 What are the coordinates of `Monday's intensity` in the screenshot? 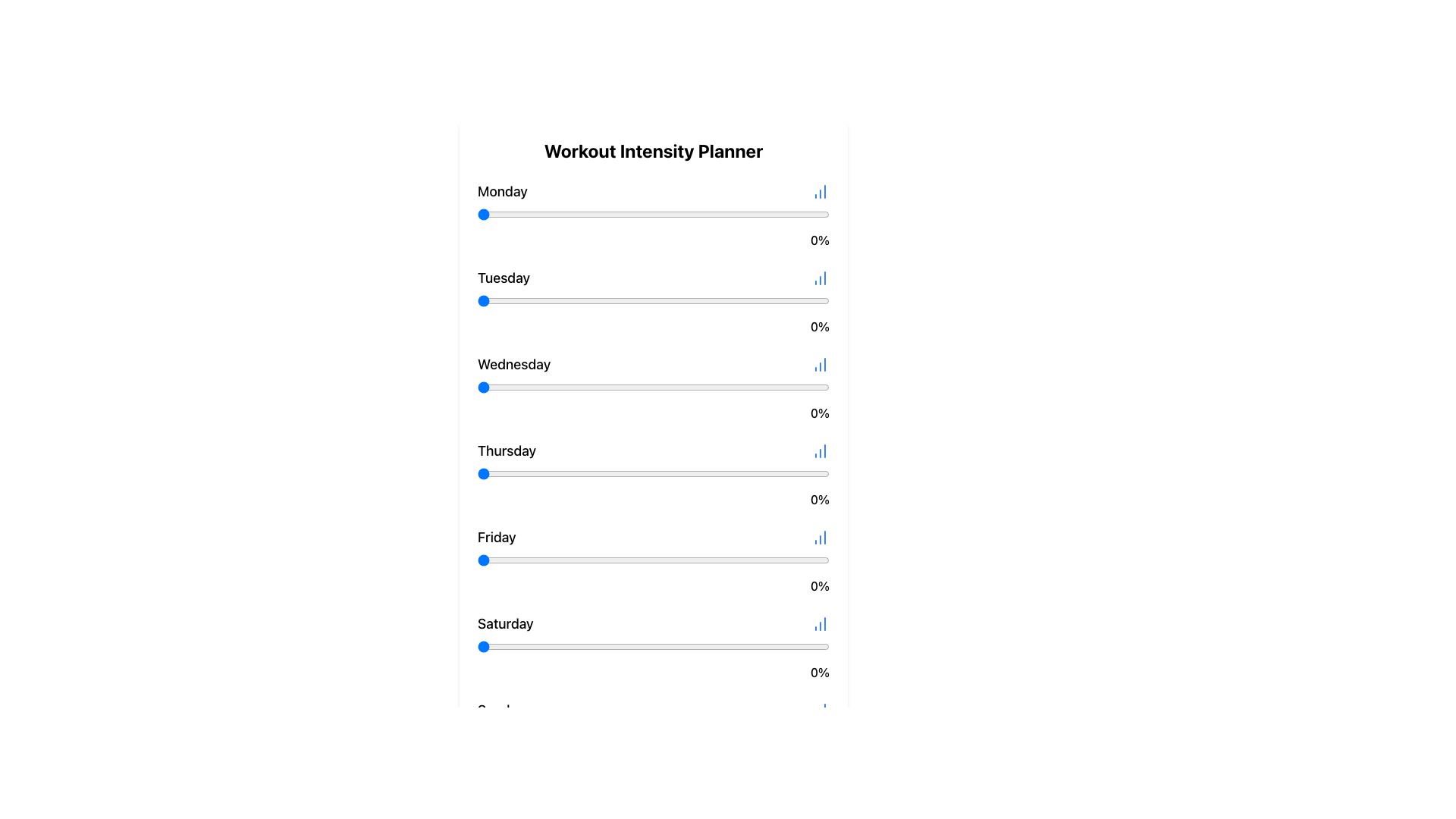 It's located at (618, 214).